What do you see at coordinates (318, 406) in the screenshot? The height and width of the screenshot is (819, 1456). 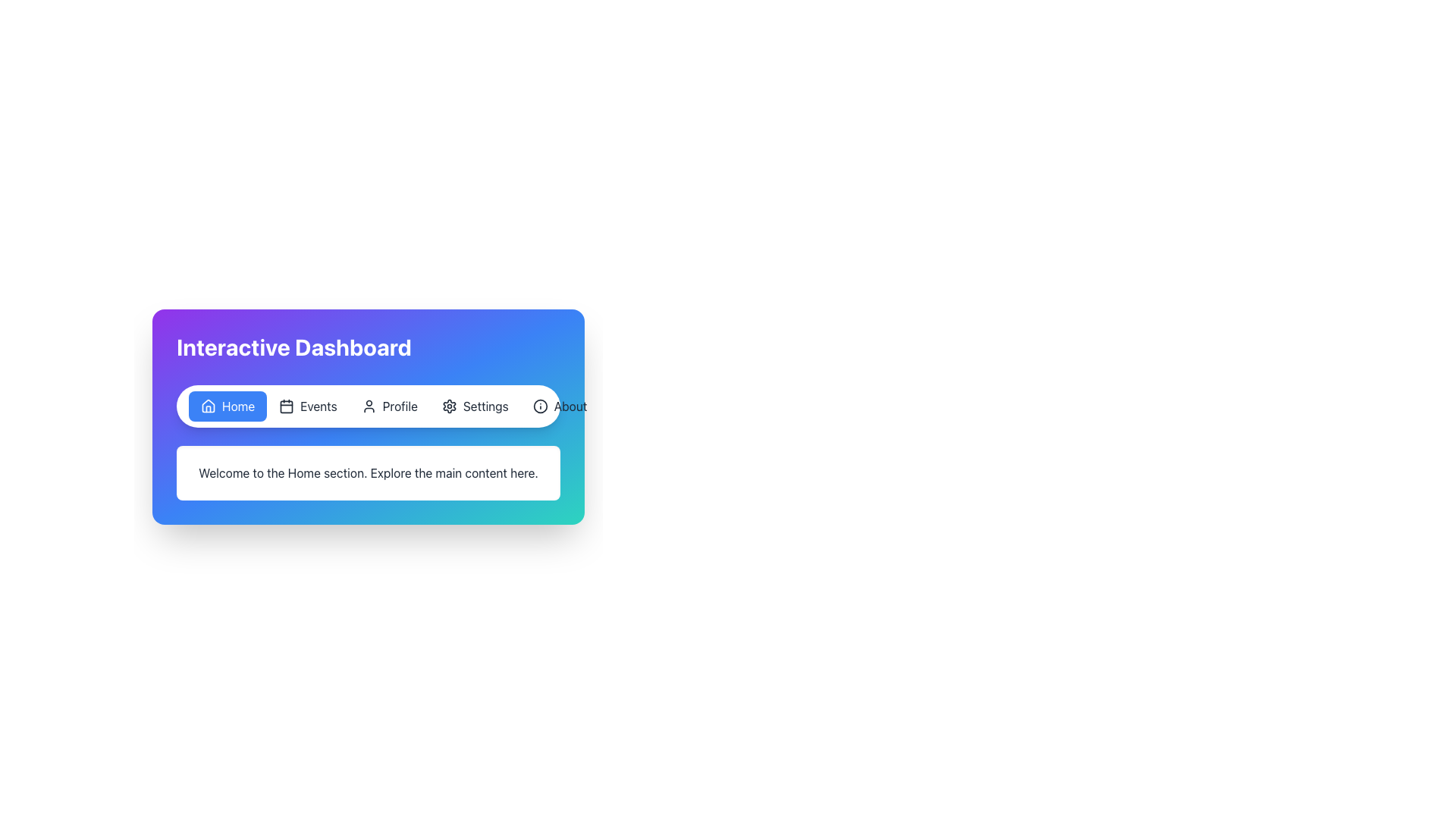 I see `the 'Events' navigation item in the navigation bar` at bounding box center [318, 406].